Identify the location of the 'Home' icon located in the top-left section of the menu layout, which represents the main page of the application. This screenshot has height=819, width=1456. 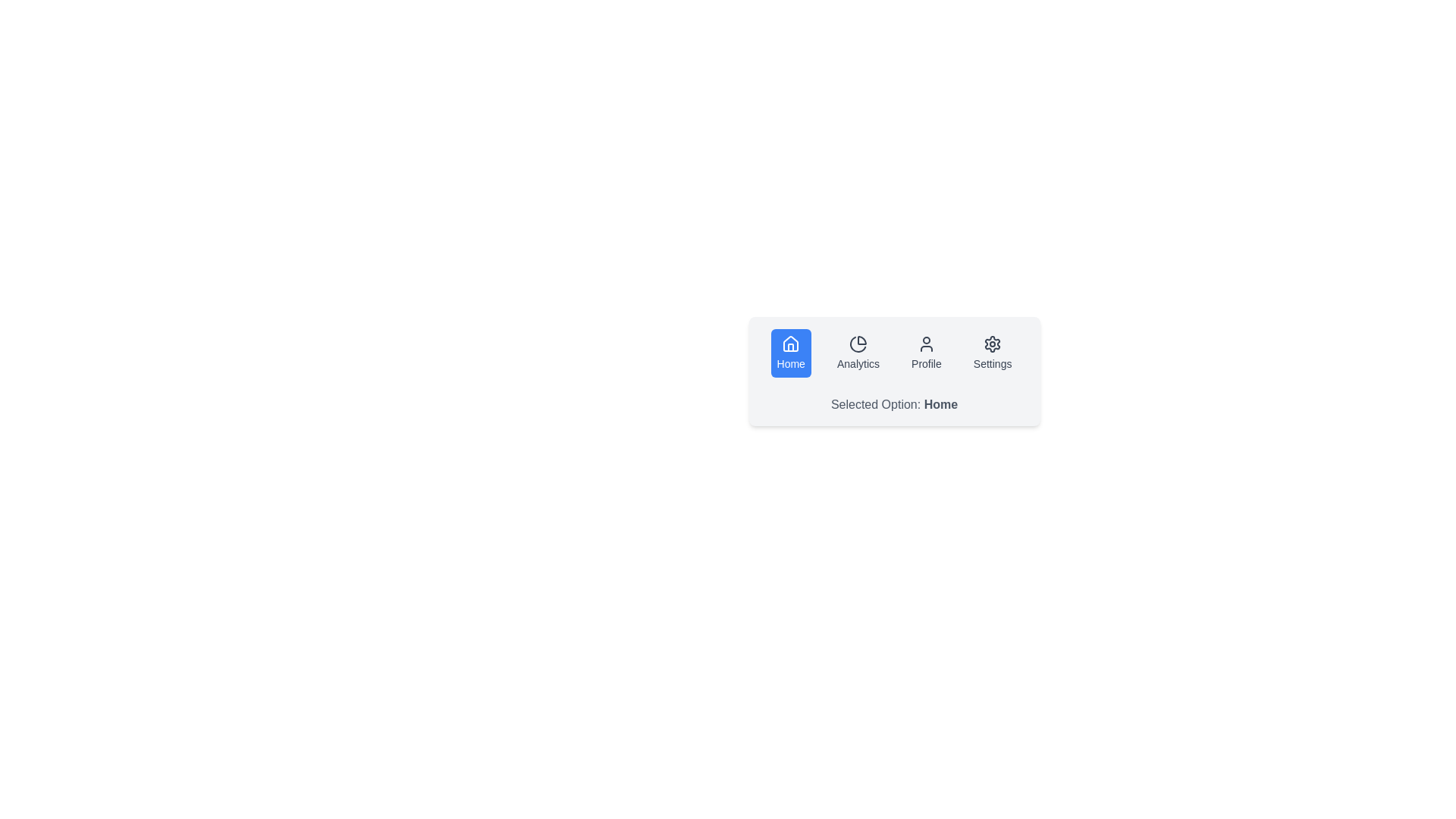
(790, 344).